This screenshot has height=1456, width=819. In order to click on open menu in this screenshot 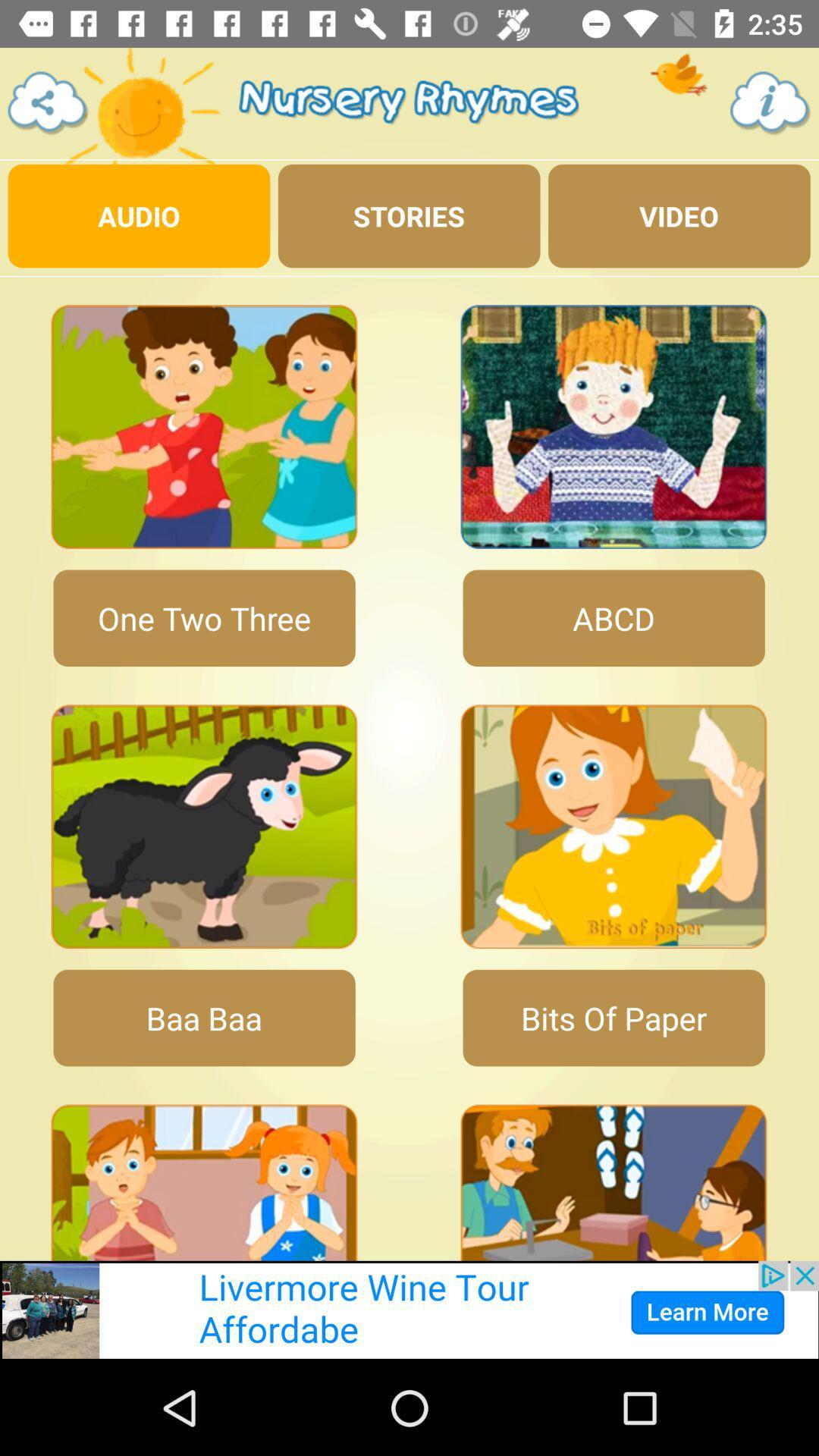, I will do `click(47, 102)`.